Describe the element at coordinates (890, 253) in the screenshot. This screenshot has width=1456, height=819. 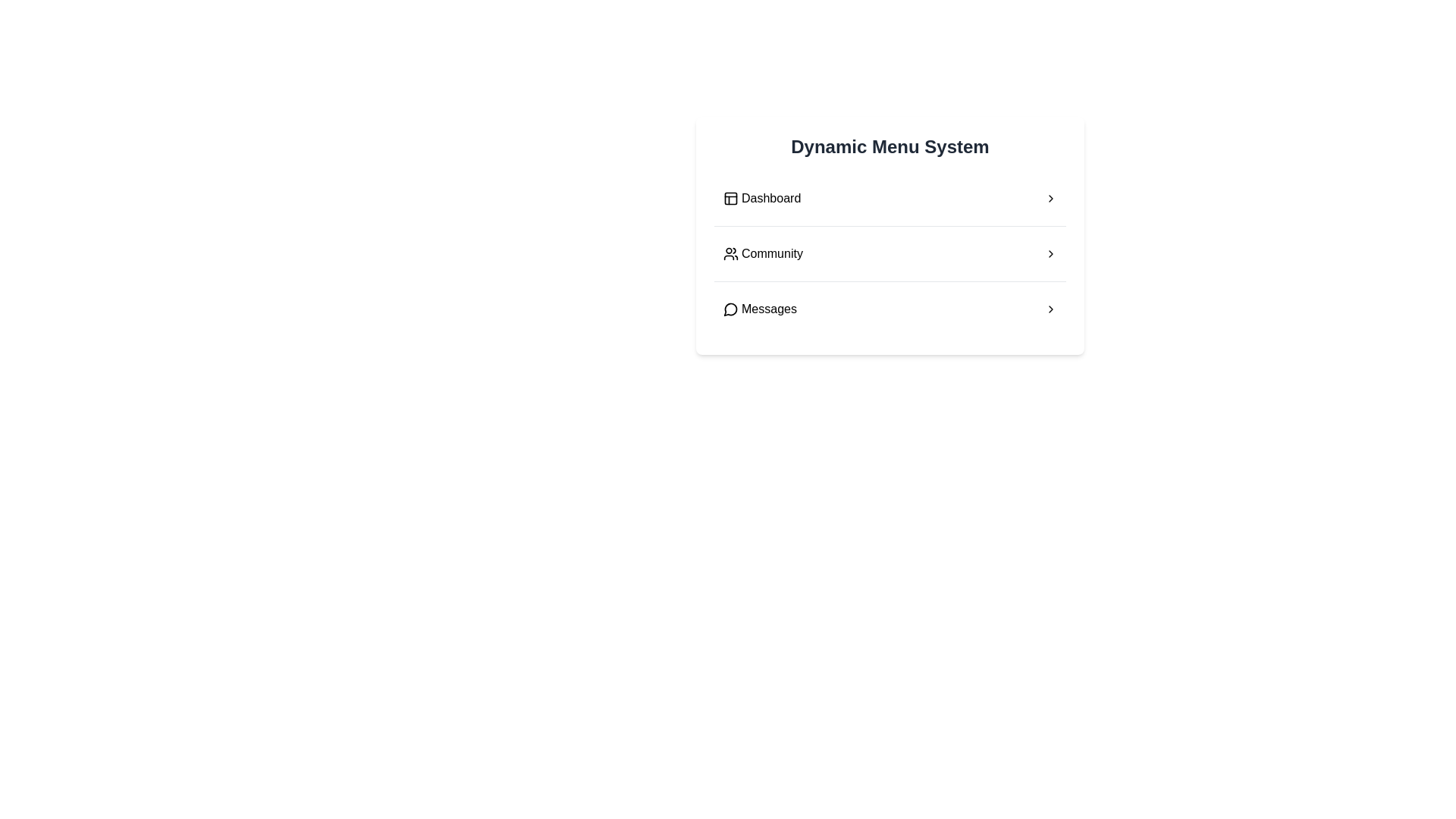
I see `the second row of the Navigation Menu Item, which redirects to the Community section` at that location.